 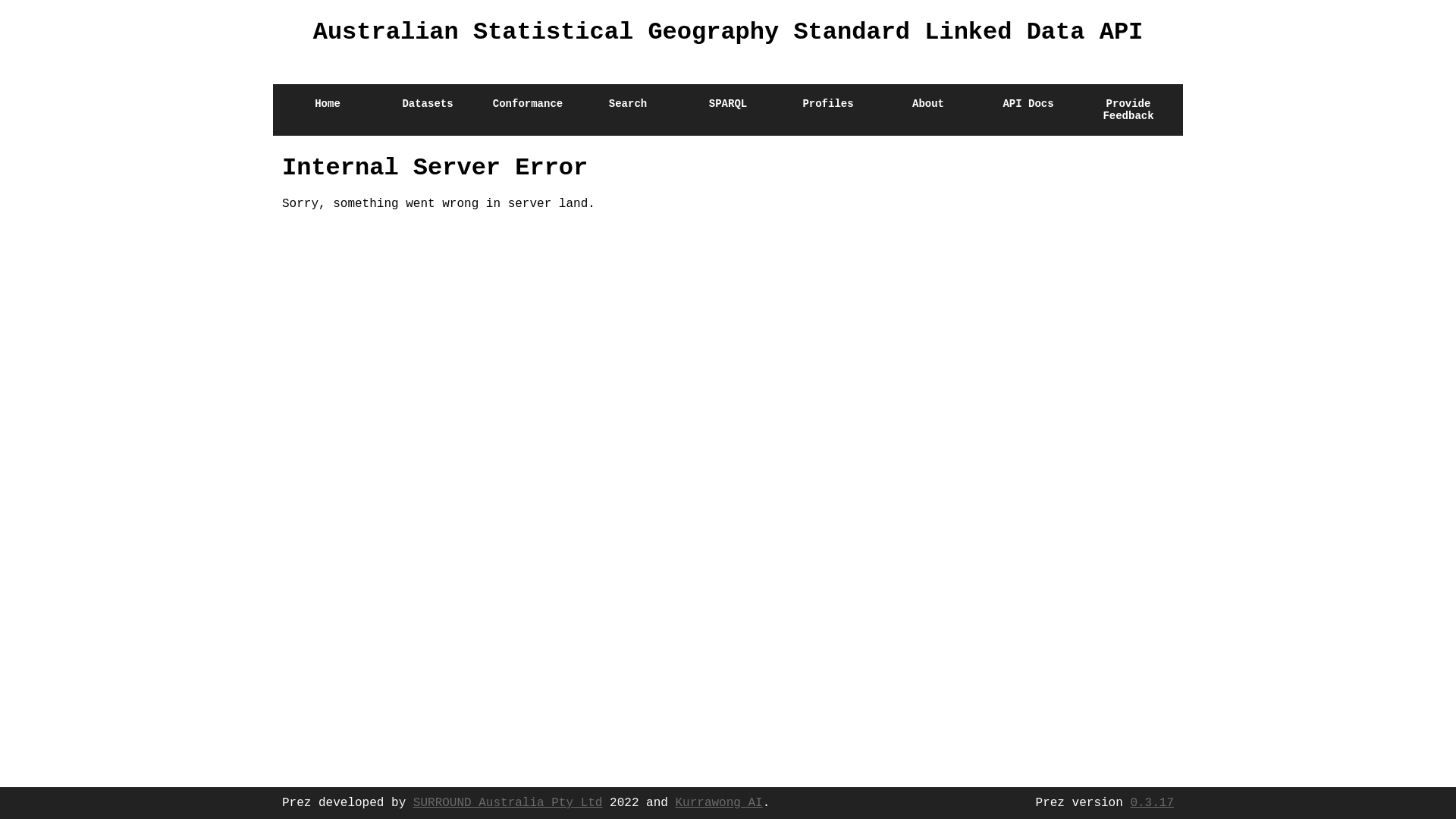 I want to click on 'Provide Feedback', so click(x=1128, y=109).